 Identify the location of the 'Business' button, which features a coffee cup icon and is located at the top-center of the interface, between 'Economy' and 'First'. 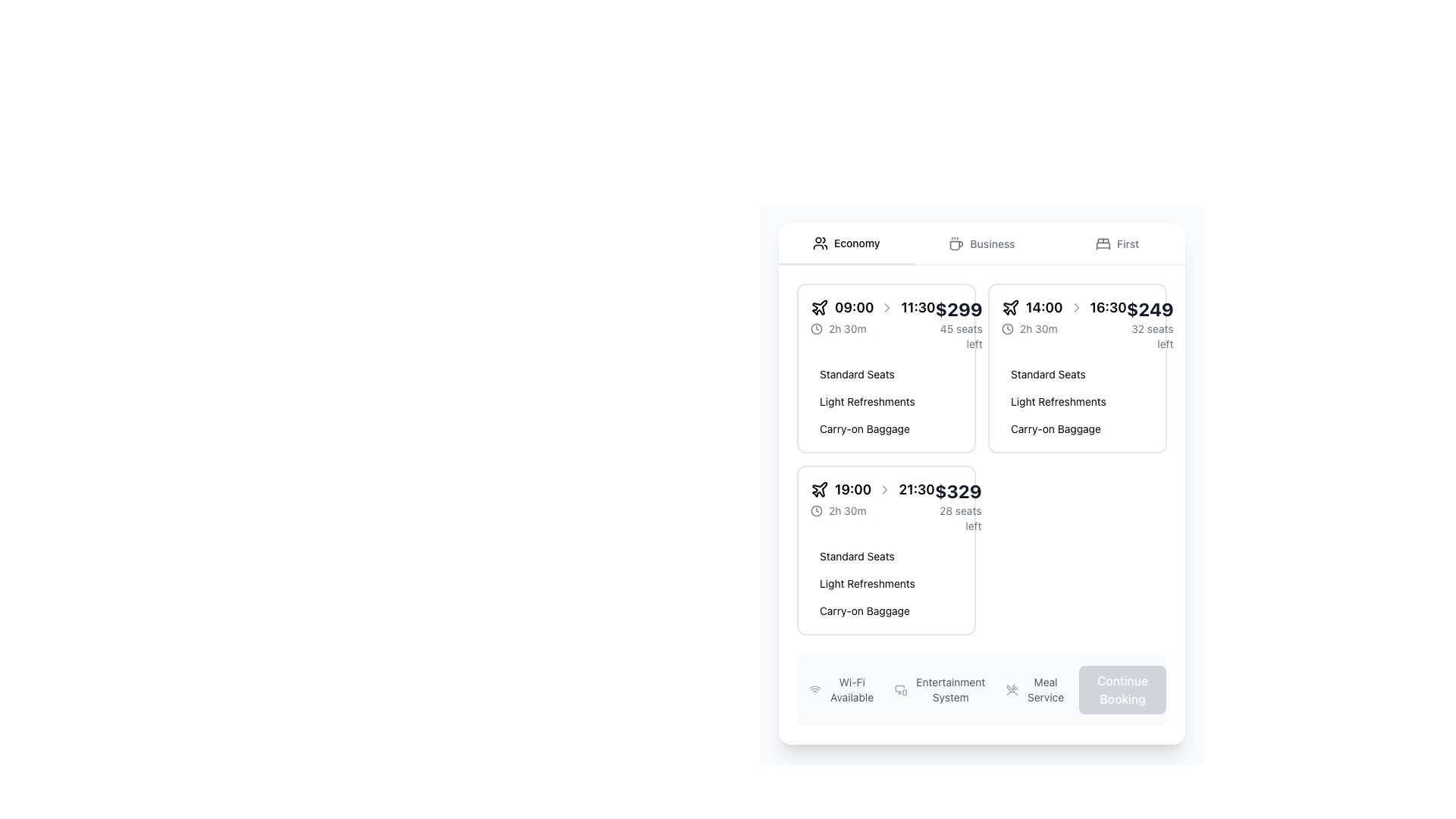
(982, 243).